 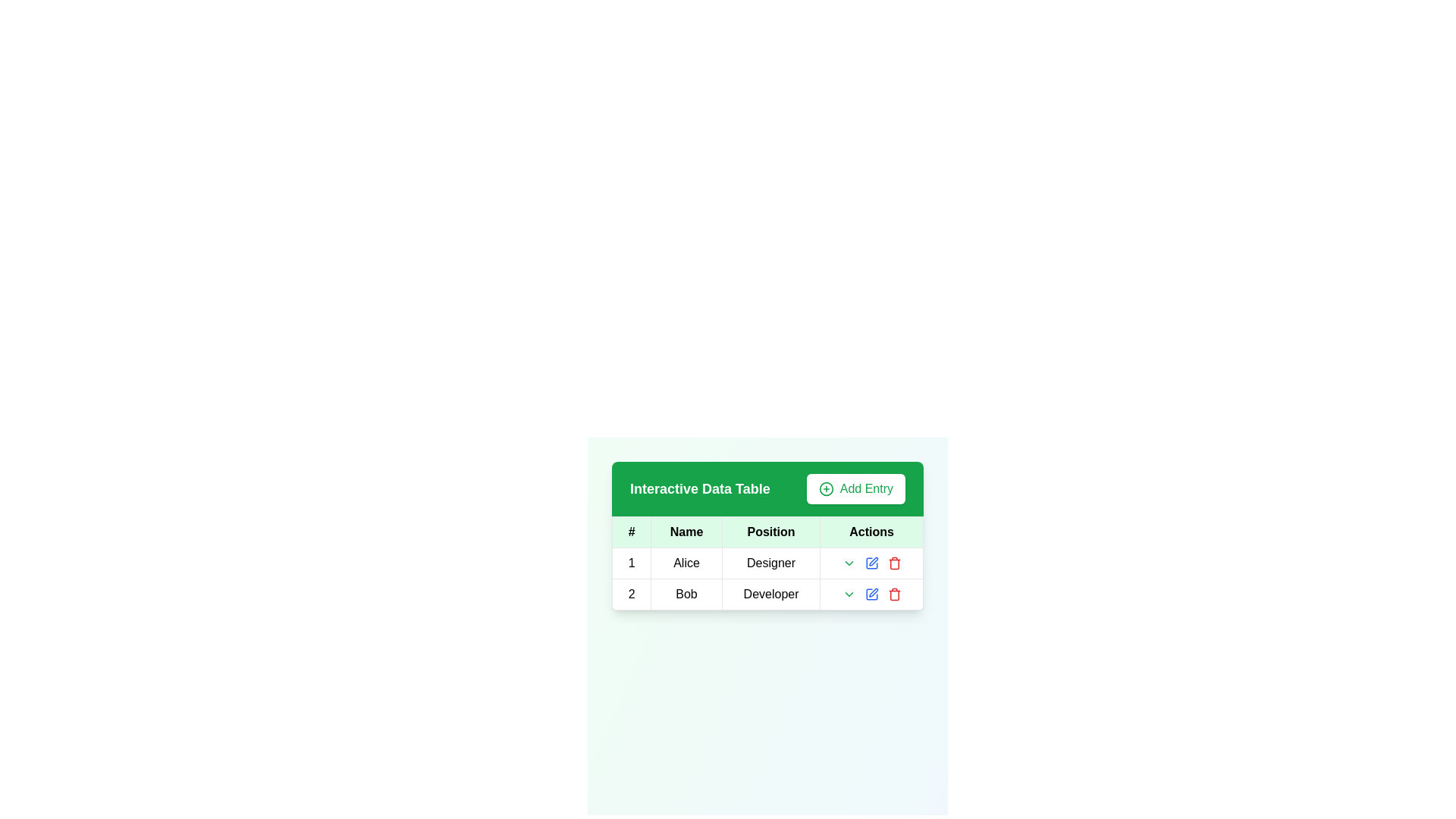 What do you see at coordinates (855, 488) in the screenshot?
I see `the button located in the top-right corner of the green header bar of the data table` at bounding box center [855, 488].